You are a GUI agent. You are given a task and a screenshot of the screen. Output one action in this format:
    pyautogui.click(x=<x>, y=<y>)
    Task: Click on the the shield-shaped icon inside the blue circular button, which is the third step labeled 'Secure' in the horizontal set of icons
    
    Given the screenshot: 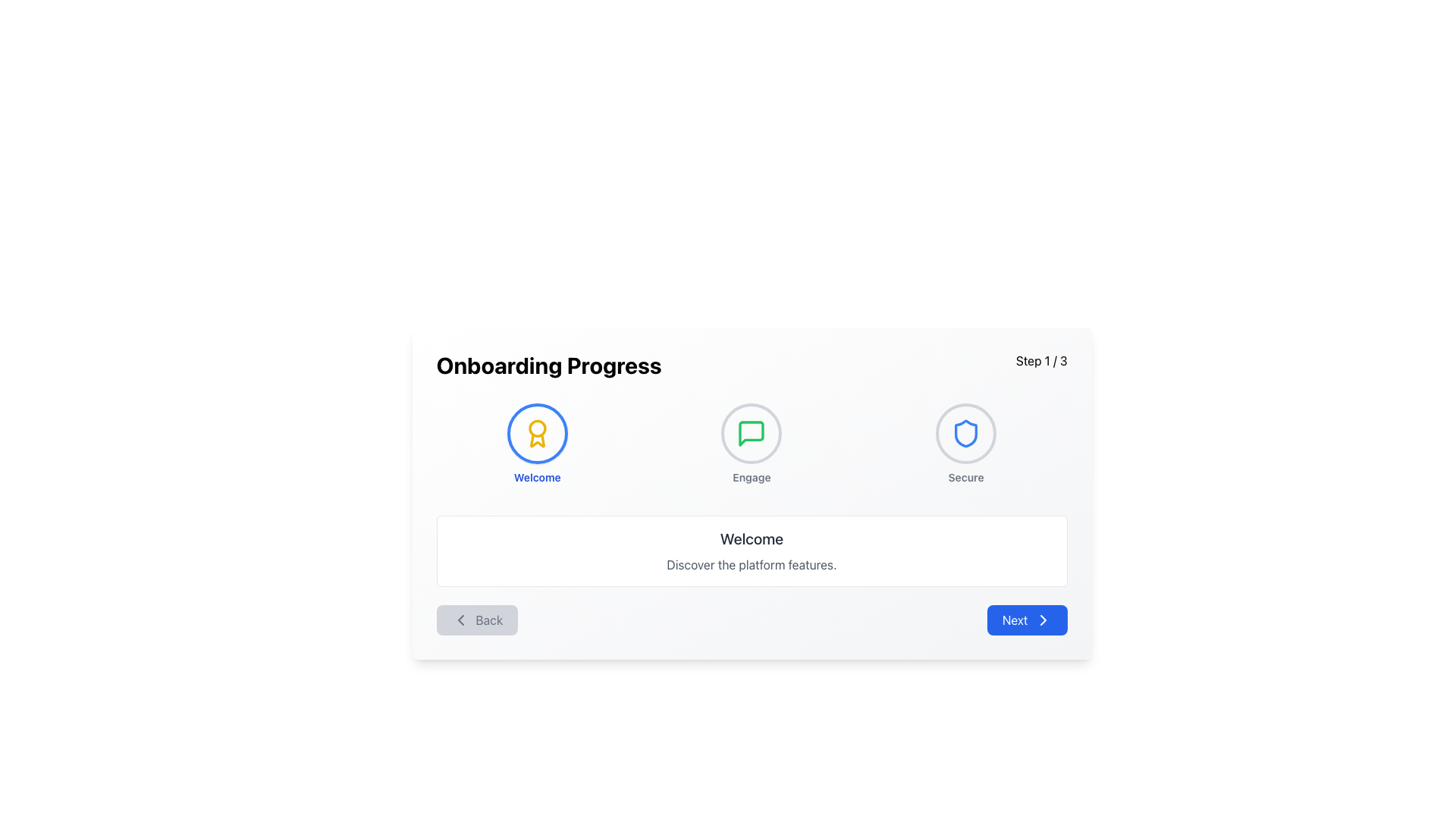 What is the action you would take?
    pyautogui.click(x=965, y=433)
    